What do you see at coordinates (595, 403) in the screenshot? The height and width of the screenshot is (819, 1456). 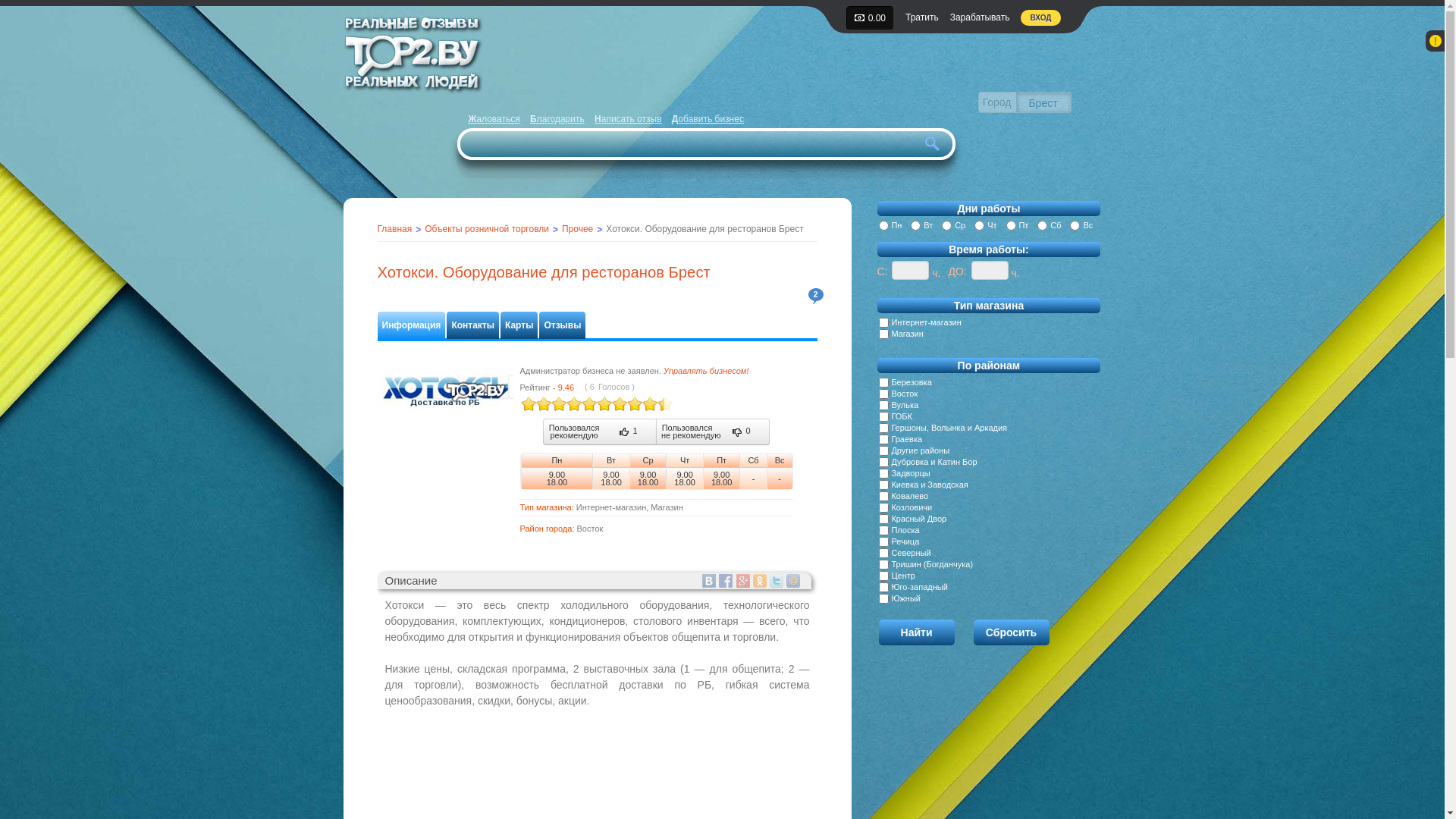 I see `'10'` at bounding box center [595, 403].